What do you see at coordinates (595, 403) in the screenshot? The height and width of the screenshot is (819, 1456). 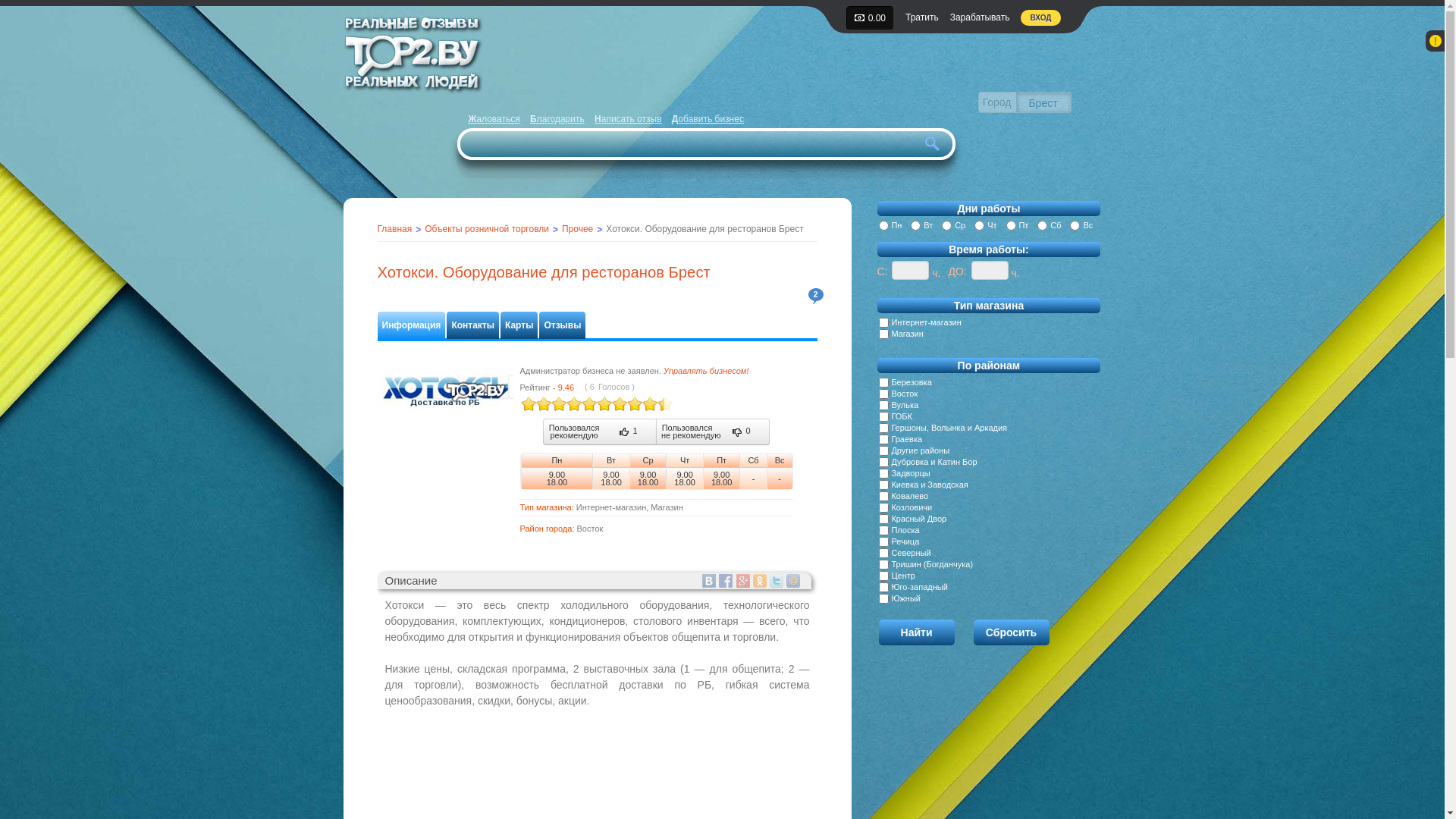 I see `'10'` at bounding box center [595, 403].